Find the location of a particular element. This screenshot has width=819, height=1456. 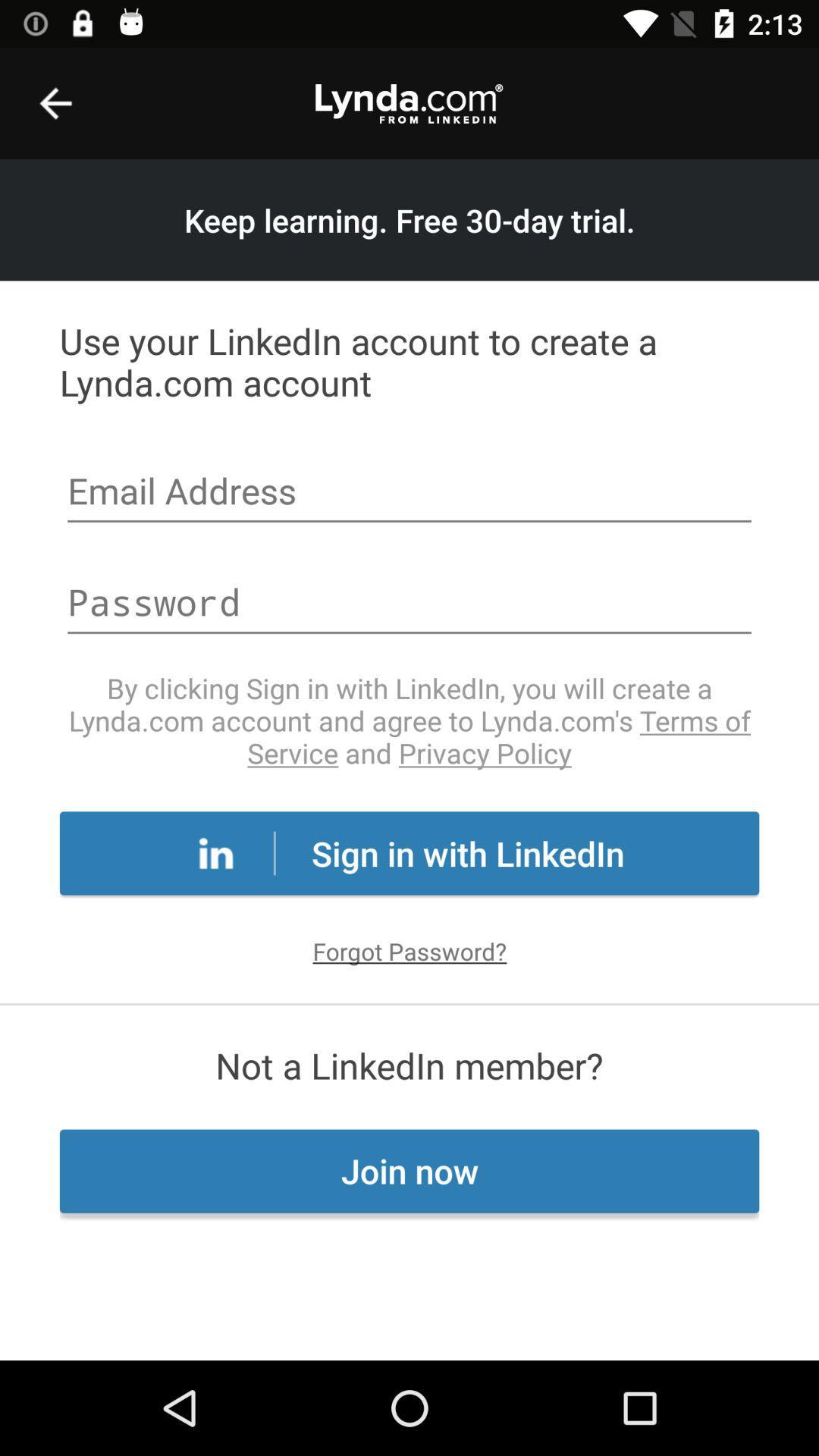

the forgot password? is located at coordinates (409, 950).